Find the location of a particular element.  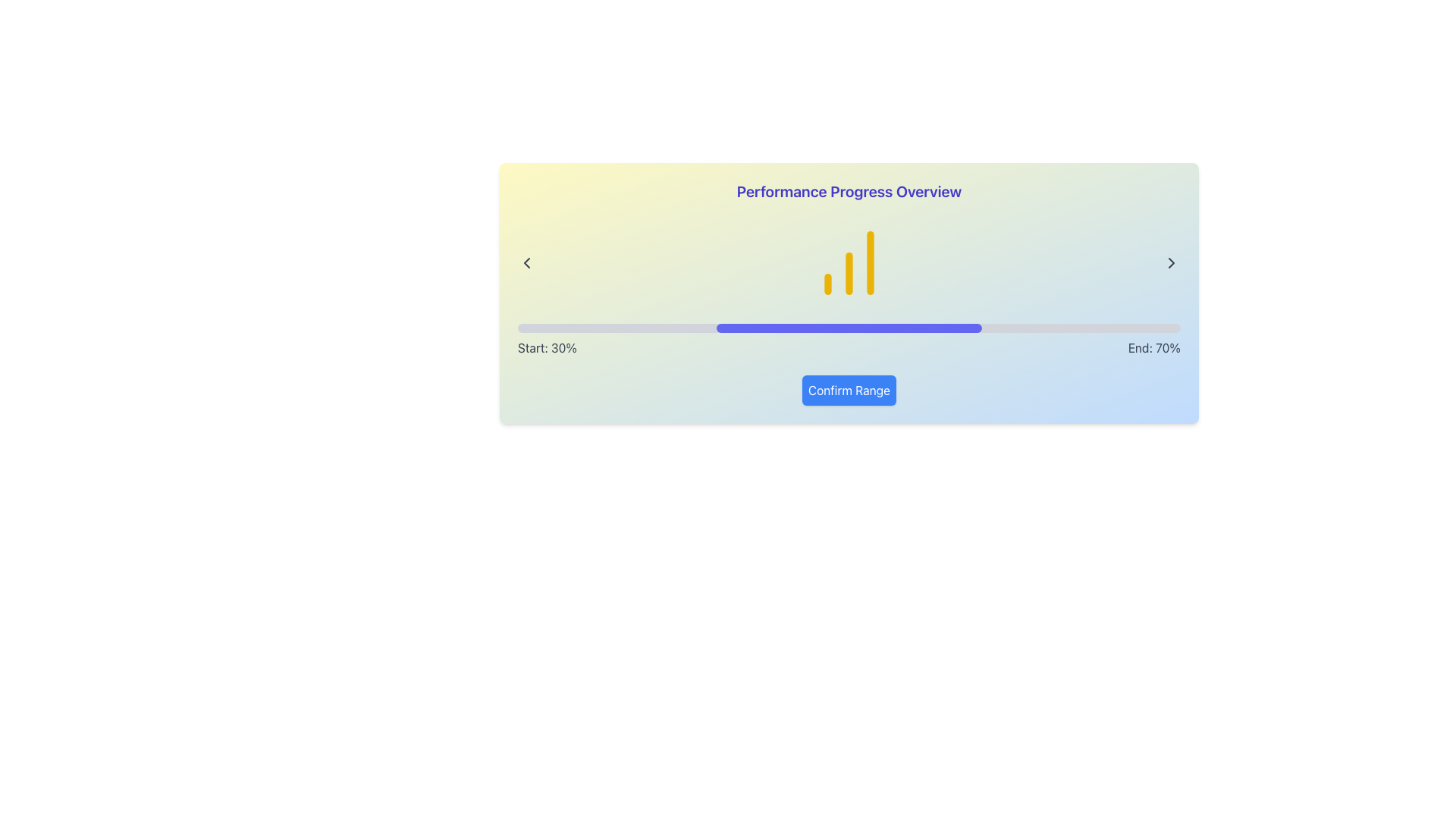

the gold-colored vertical bar chart in the Data Visualization Panel is located at coordinates (848, 262).